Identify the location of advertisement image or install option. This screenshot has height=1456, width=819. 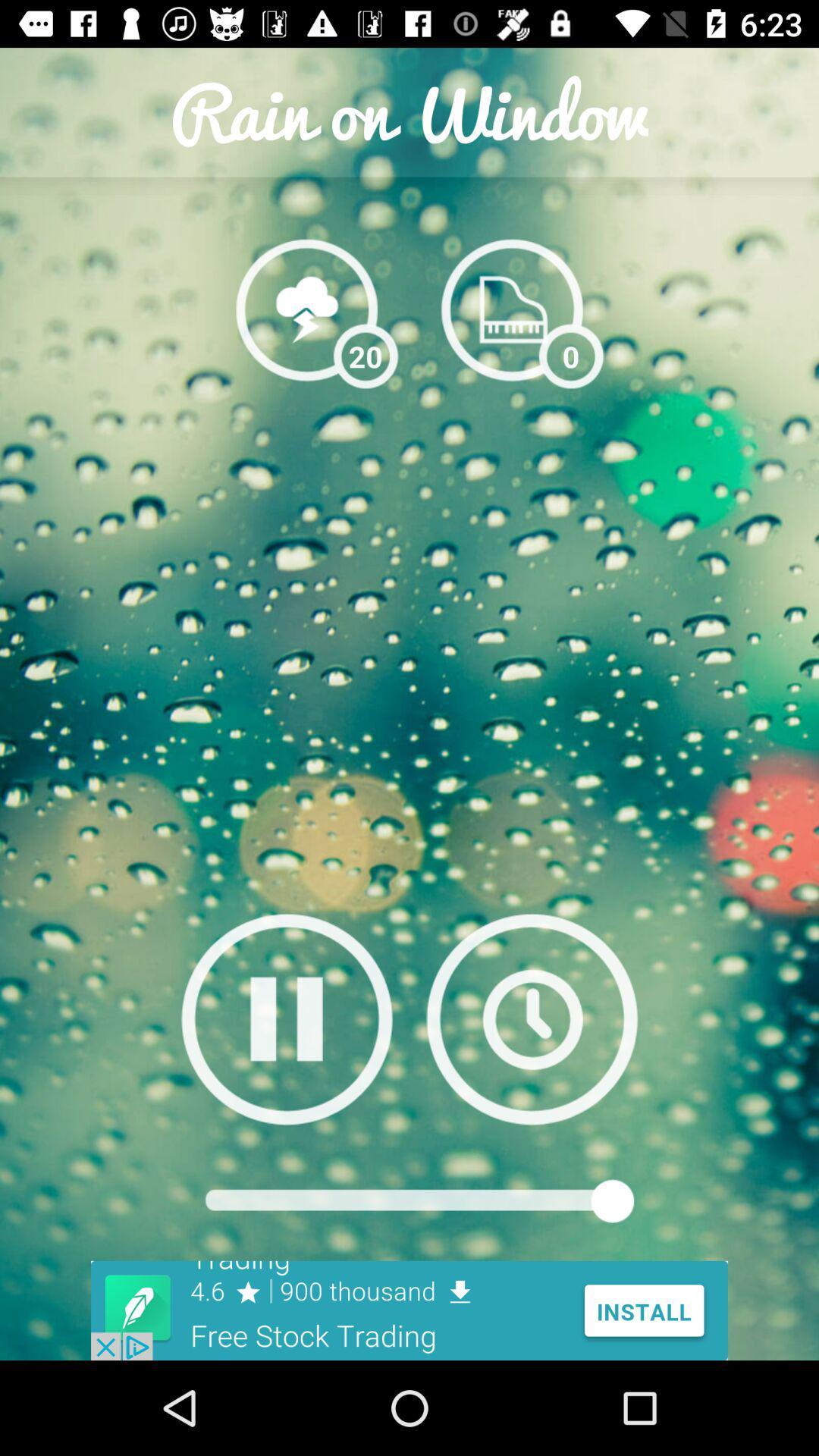
(409, 1310).